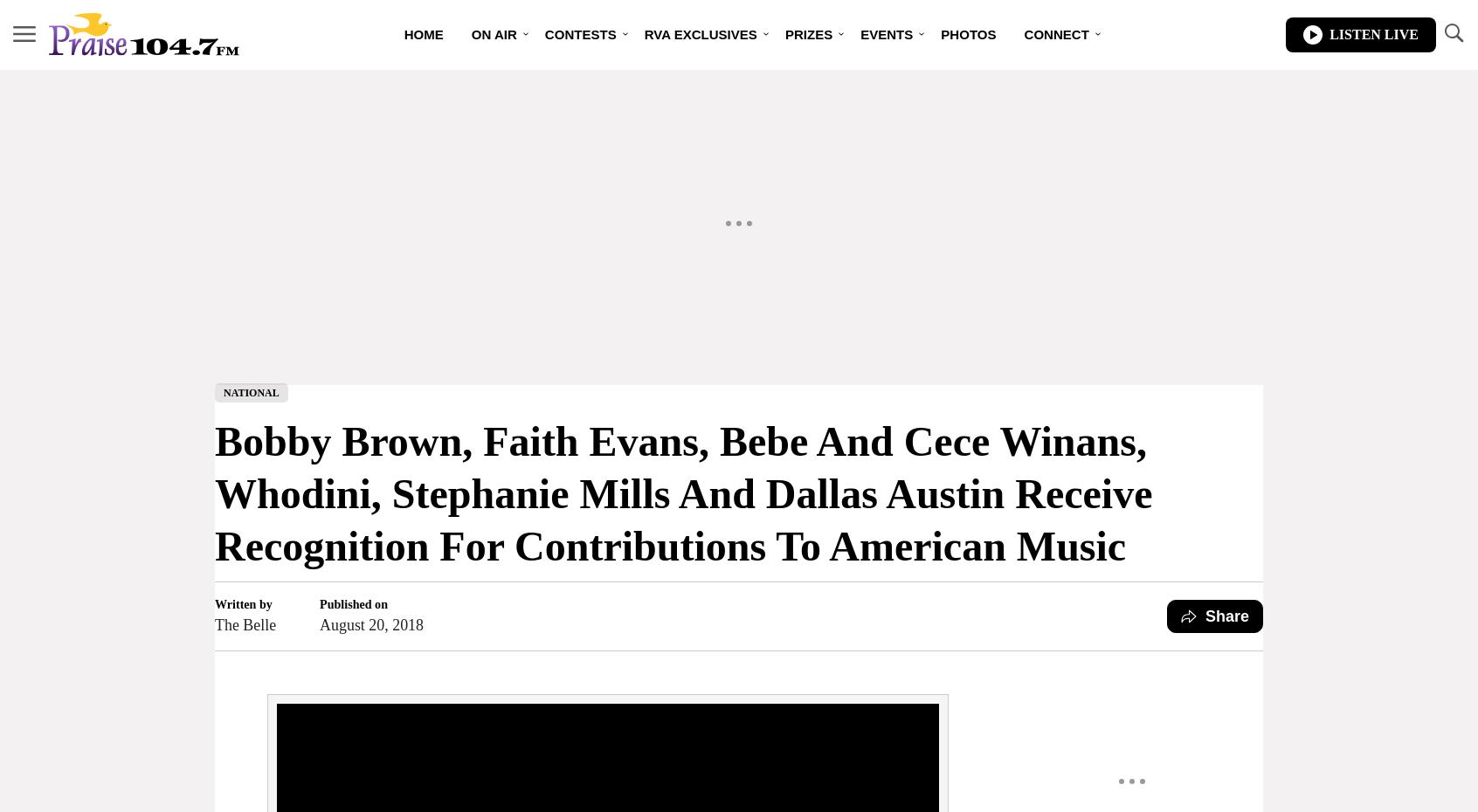  What do you see at coordinates (1088, 156) in the screenshot?
I see `'Sign Up For Our Newsletter'` at bounding box center [1088, 156].